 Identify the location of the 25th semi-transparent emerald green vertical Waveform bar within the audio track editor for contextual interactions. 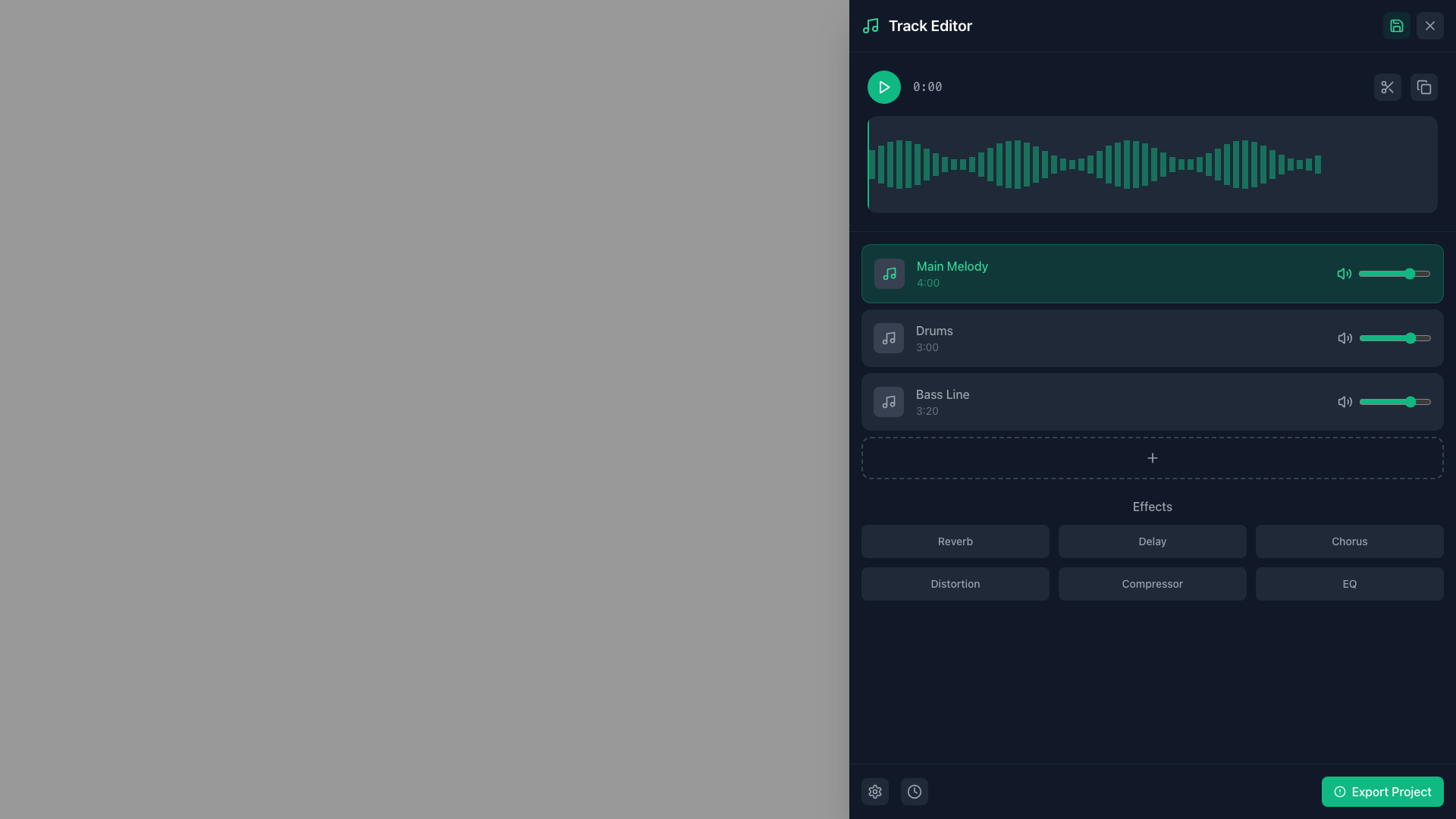
(1080, 164).